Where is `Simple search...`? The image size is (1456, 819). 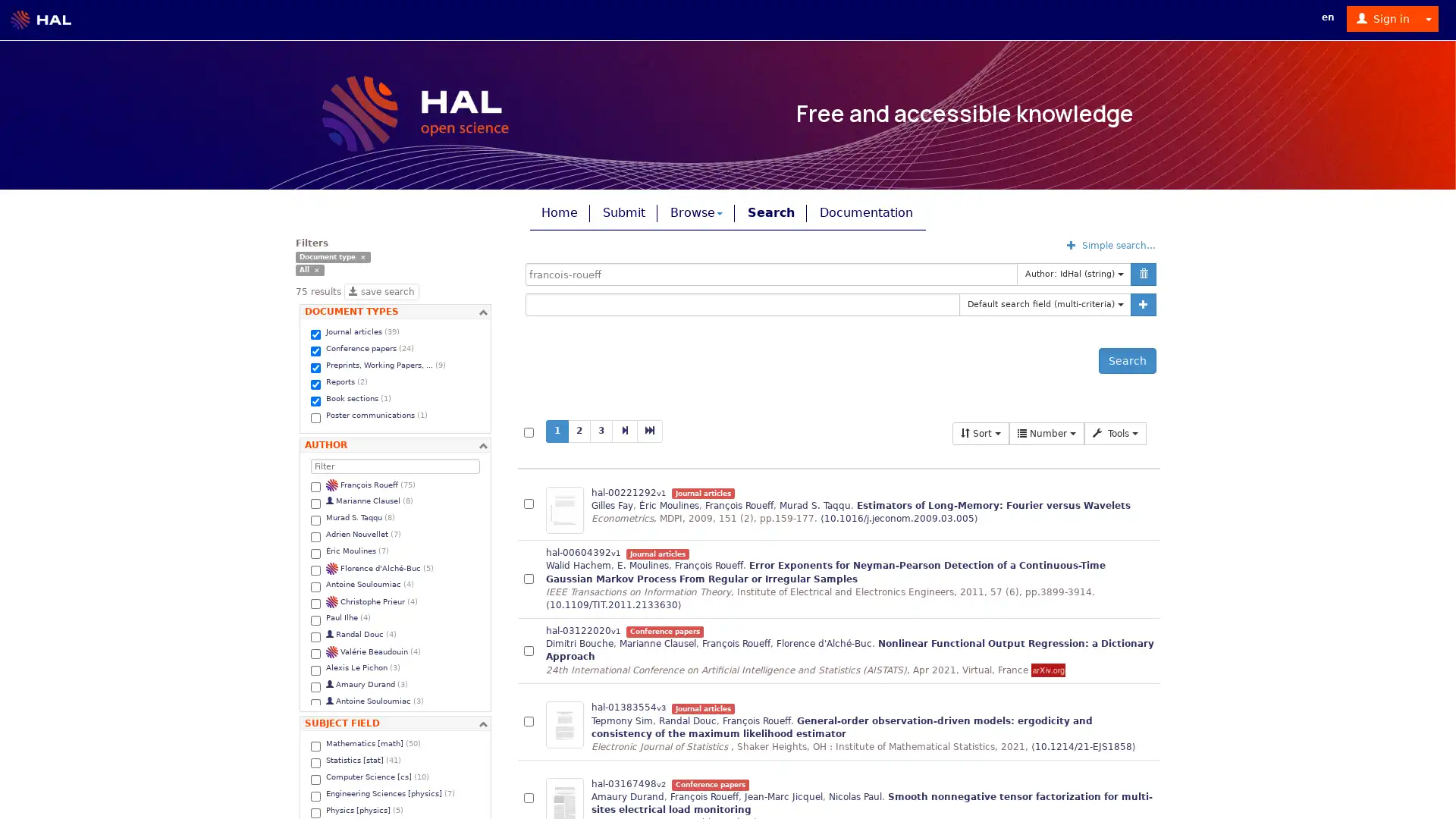
Simple search... is located at coordinates (1111, 244).